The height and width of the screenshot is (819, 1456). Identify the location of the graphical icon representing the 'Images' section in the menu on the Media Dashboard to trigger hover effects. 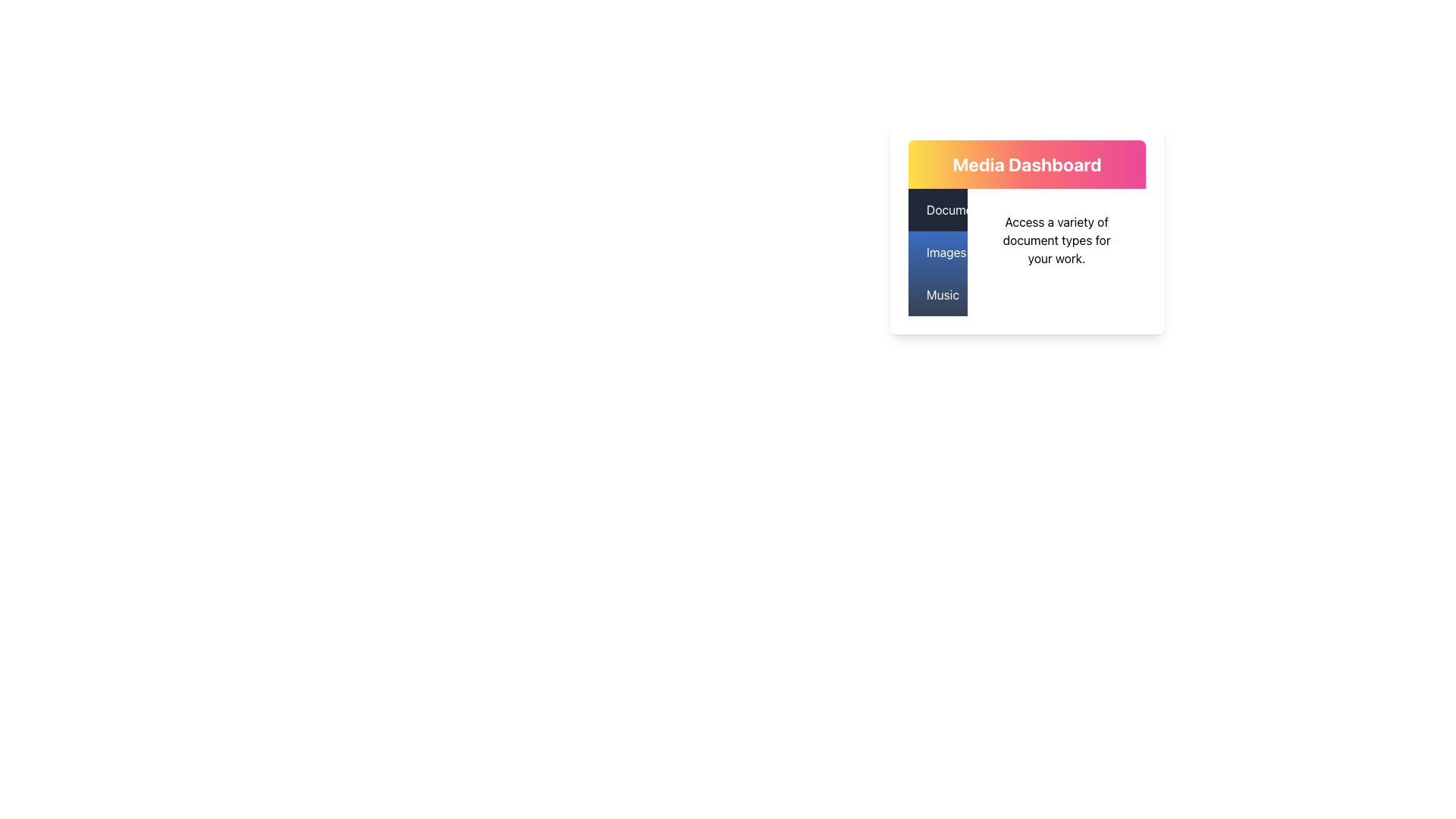
(928, 251).